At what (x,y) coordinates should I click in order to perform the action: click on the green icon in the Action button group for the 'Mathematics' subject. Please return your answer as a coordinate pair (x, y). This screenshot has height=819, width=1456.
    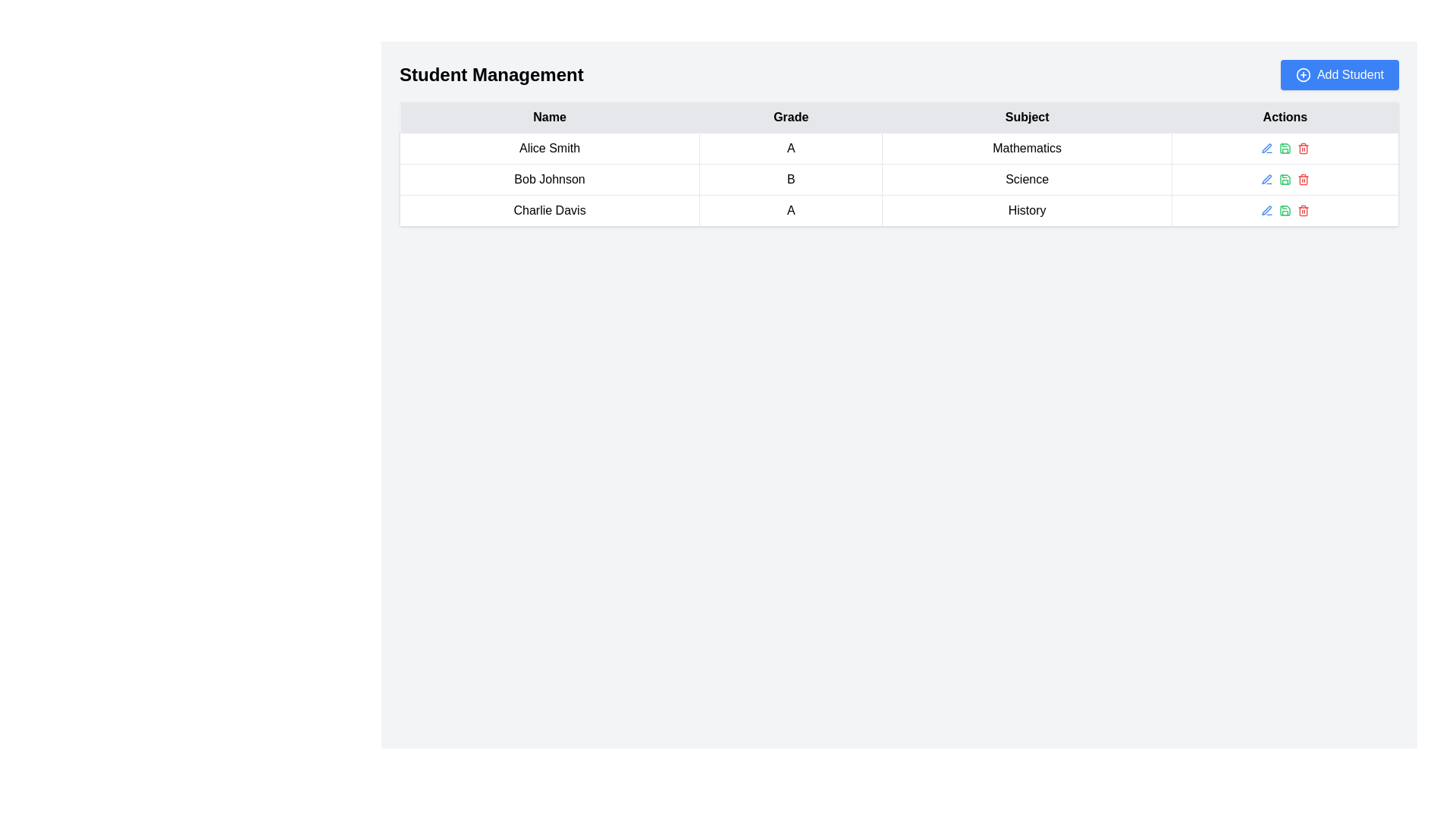
    Looking at the image, I should click on (1284, 149).